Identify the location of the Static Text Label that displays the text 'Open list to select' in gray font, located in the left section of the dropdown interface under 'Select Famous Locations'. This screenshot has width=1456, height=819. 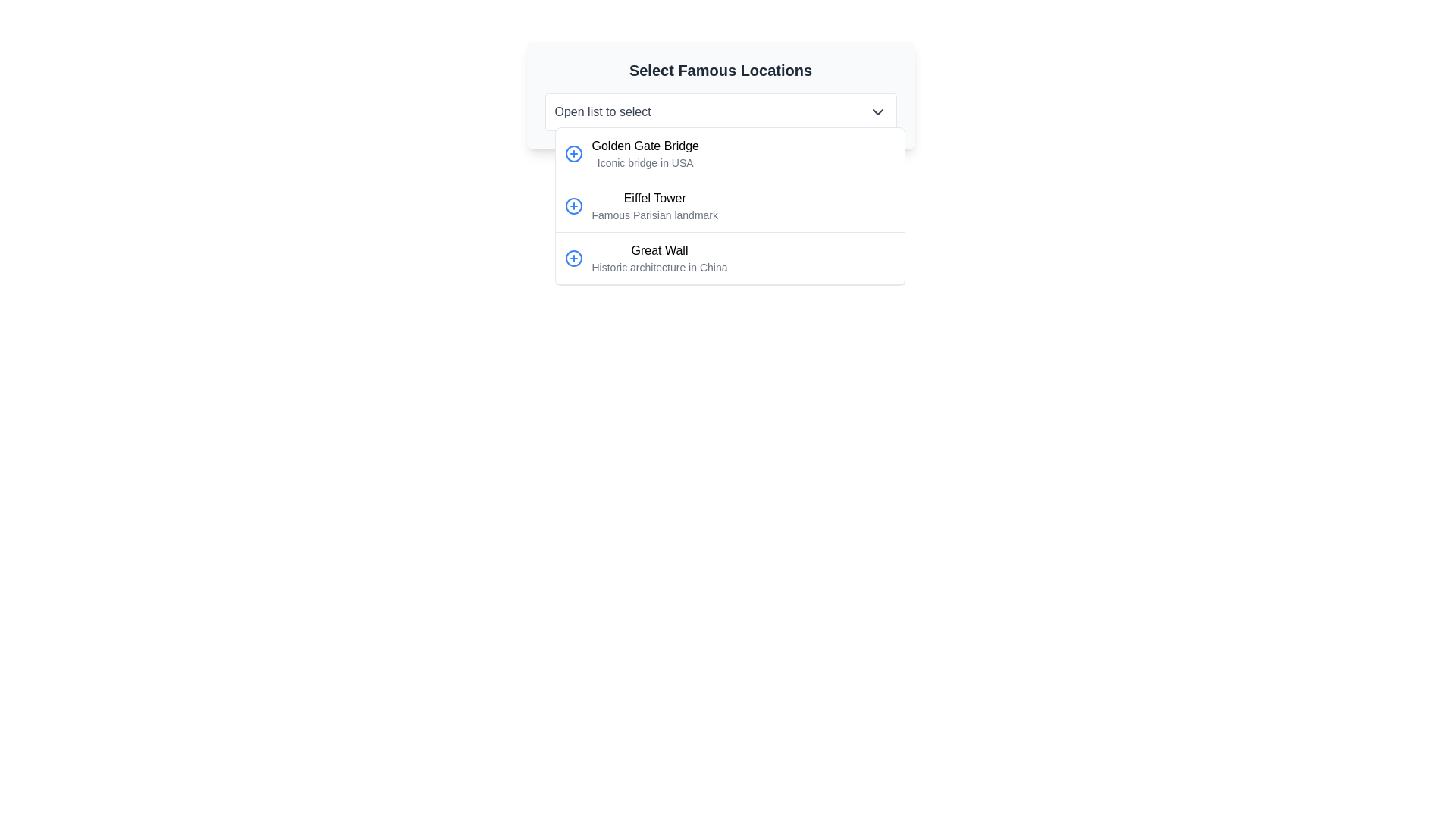
(602, 111).